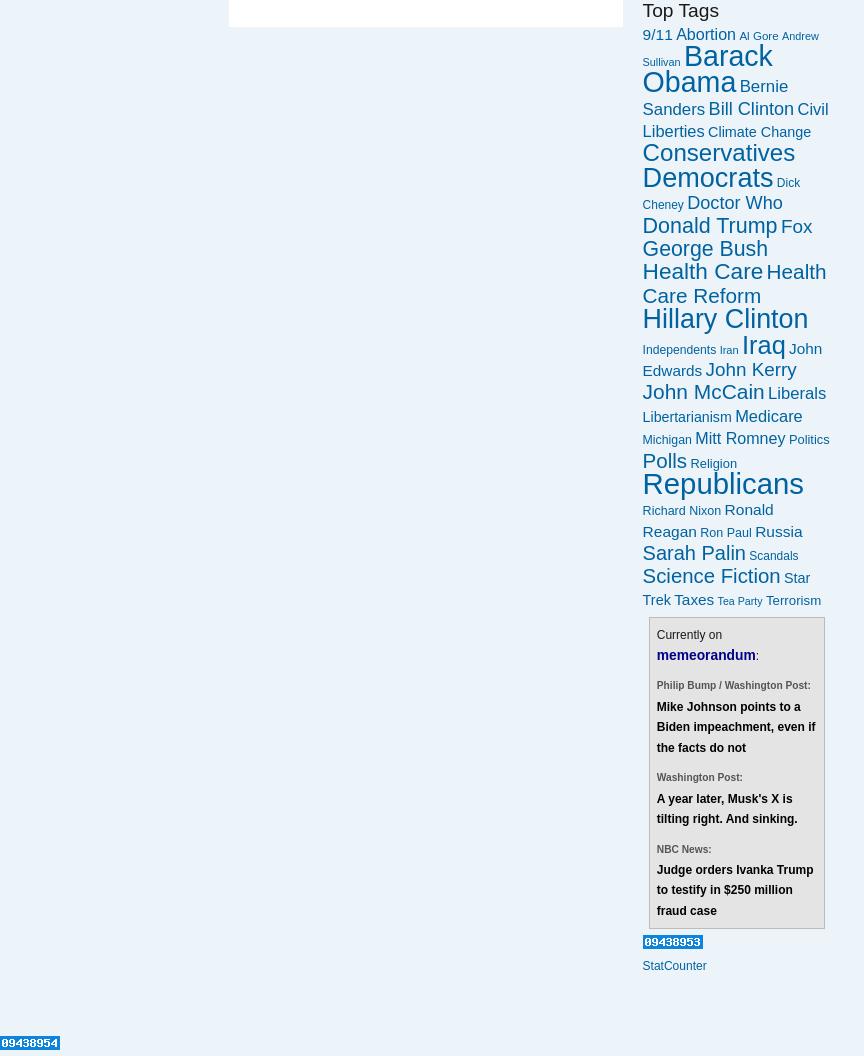 The width and height of the screenshot is (864, 1056). What do you see at coordinates (713, 462) in the screenshot?
I see `'Religion'` at bounding box center [713, 462].